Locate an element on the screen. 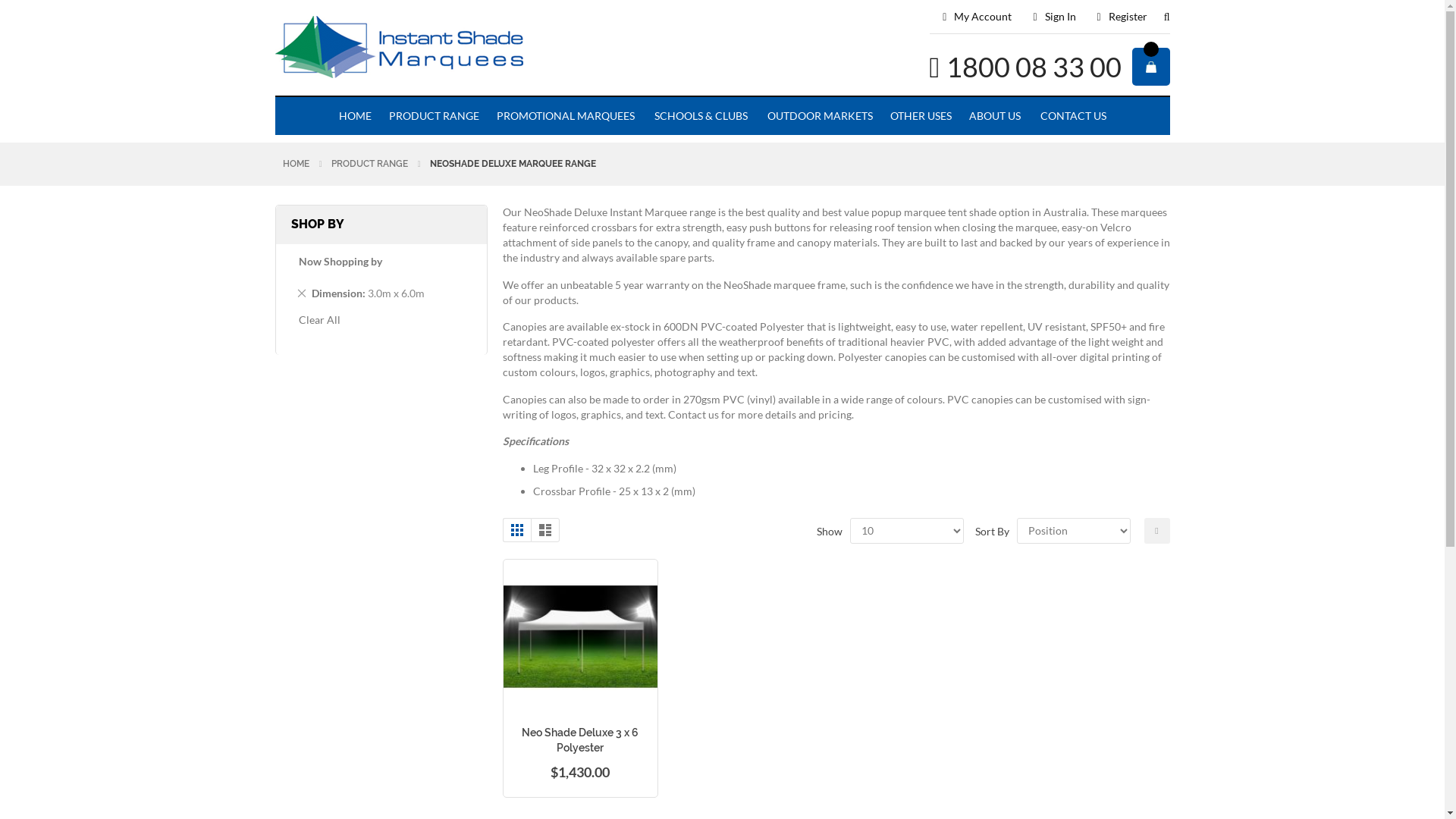 The height and width of the screenshot is (819, 1456). 'HOME' is located at coordinates (330, 115).